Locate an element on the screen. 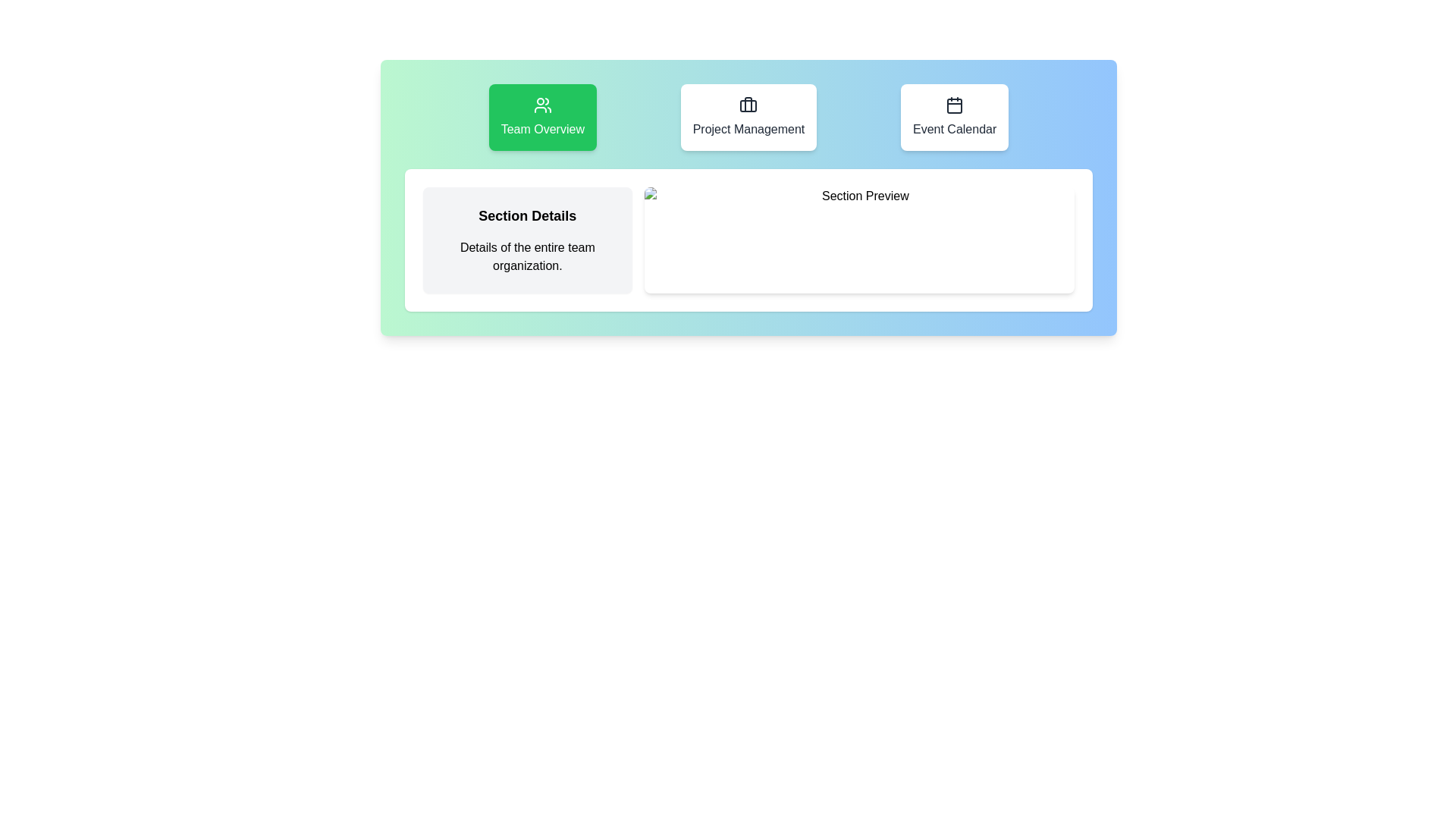 The width and height of the screenshot is (1456, 819). the project management icon located at the top-center of the 'Project Management' card, above the text 'Project Management' is located at coordinates (748, 104).